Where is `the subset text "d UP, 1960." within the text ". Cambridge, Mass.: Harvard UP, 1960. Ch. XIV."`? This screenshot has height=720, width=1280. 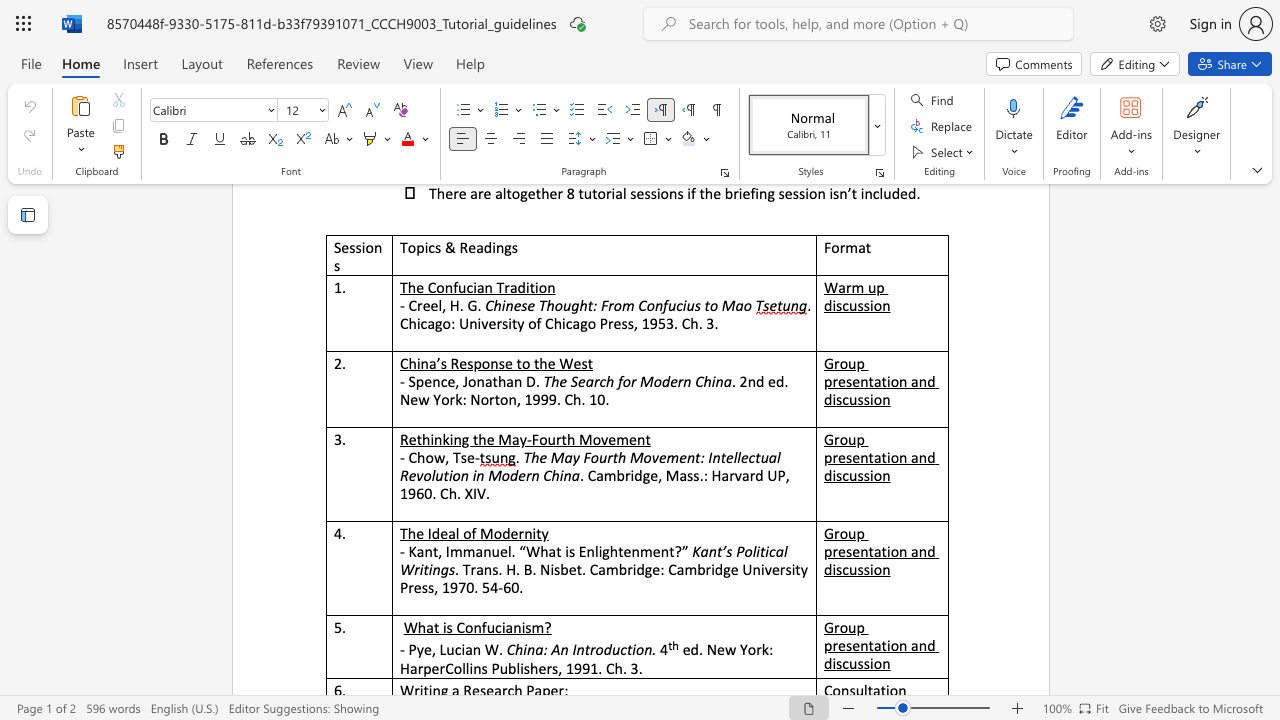 the subset text "d UP, 1960." within the text ". Cambridge, Mass.: Harvard UP, 1960. Ch. XIV." is located at coordinates (754, 475).